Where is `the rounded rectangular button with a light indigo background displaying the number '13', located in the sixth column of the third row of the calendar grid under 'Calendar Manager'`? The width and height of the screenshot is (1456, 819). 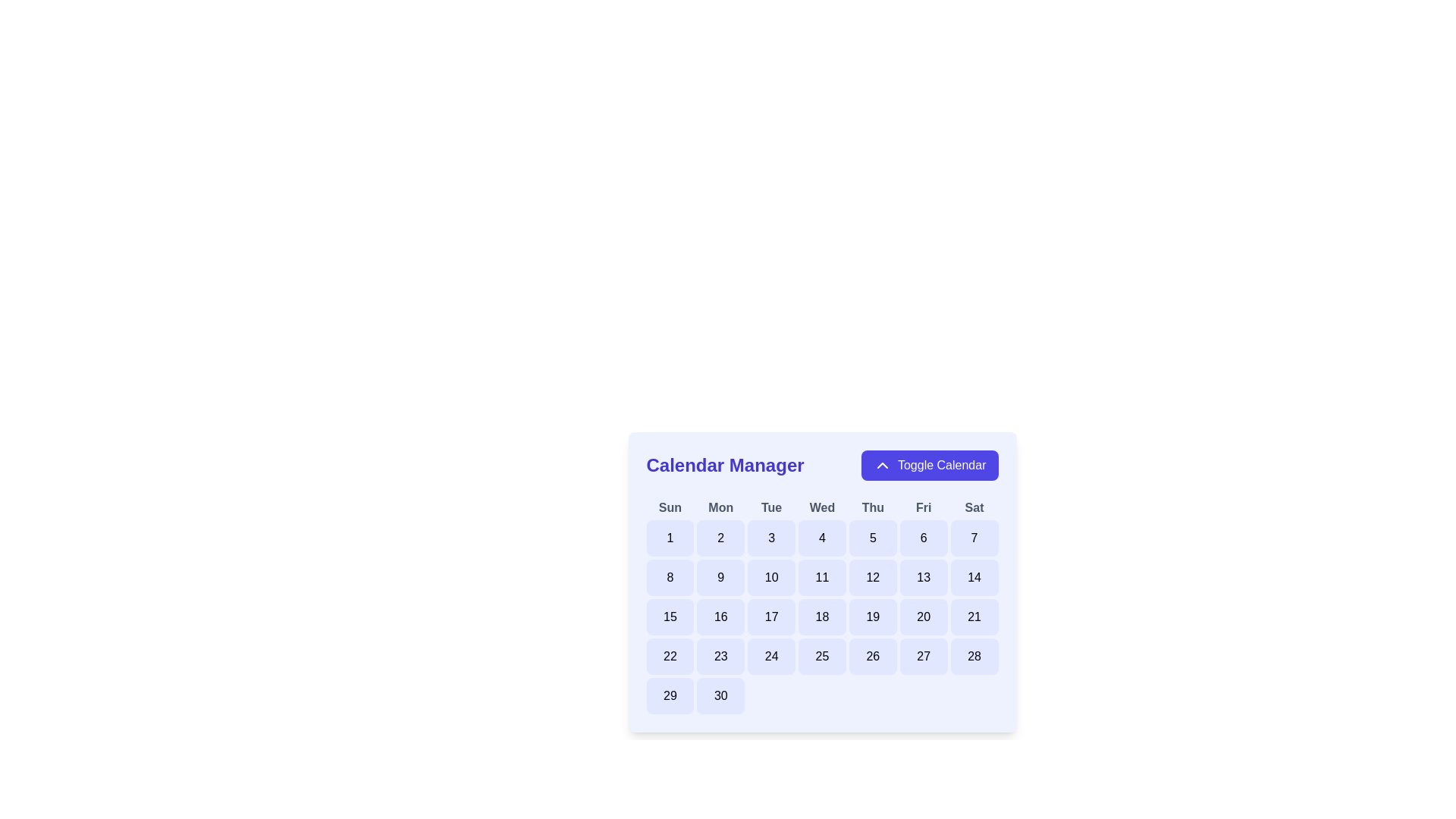 the rounded rectangular button with a light indigo background displaying the number '13', located in the sixth column of the third row of the calendar grid under 'Calendar Manager' is located at coordinates (923, 578).